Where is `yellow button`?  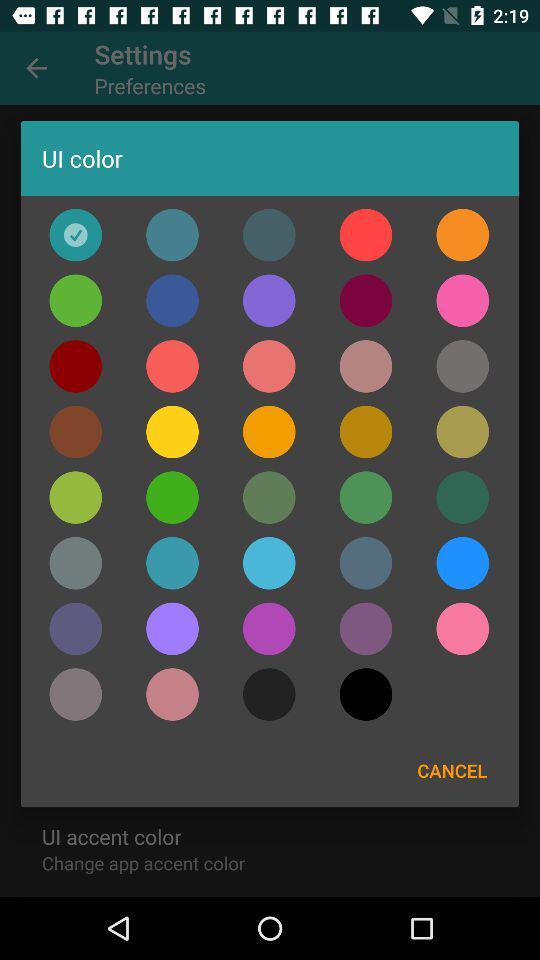
yellow button is located at coordinates (172, 432).